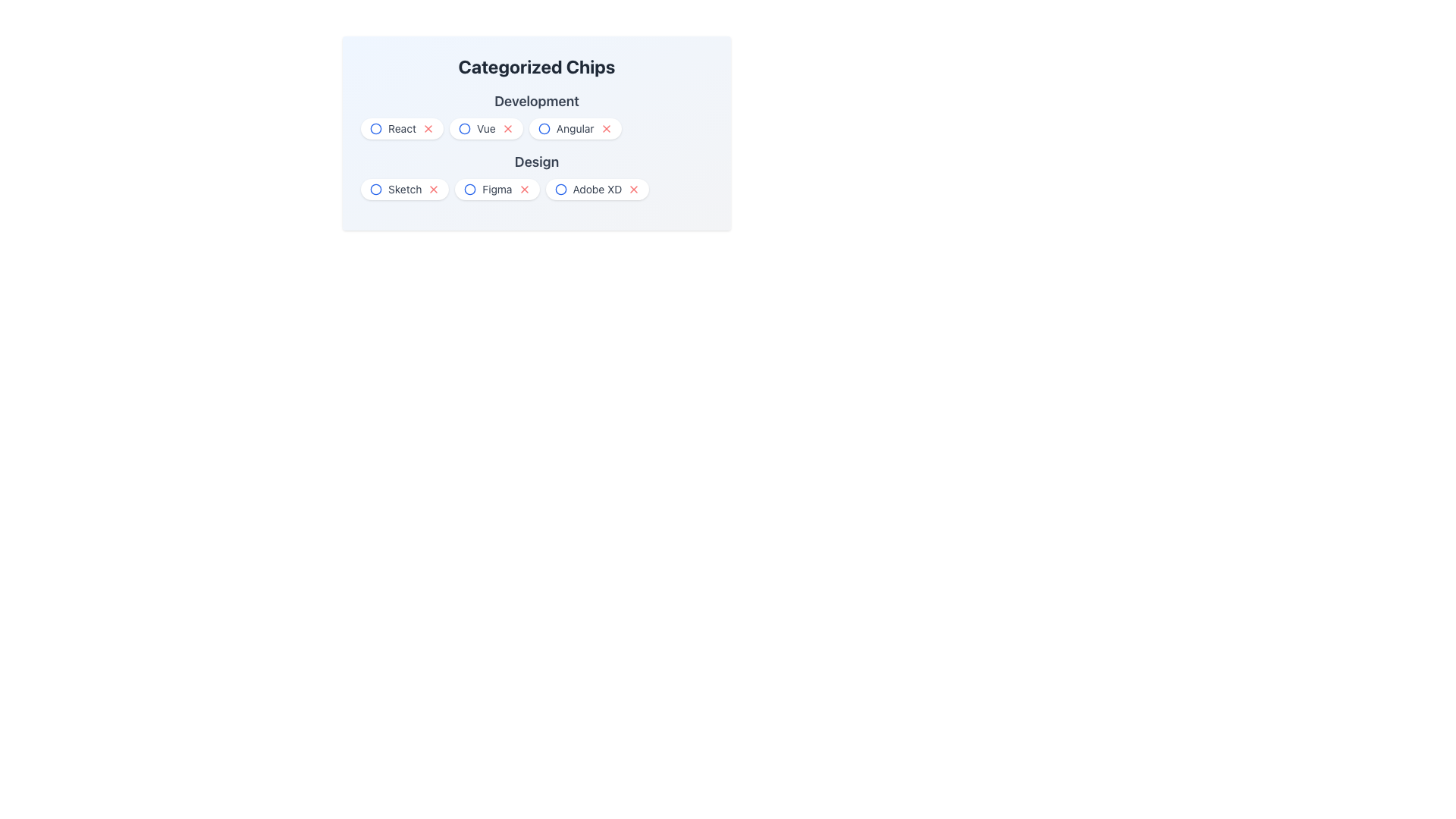 The image size is (1456, 819). What do you see at coordinates (402, 127) in the screenshot?
I see `the 'React' text label in the list of categorized chips under the 'Development' category` at bounding box center [402, 127].